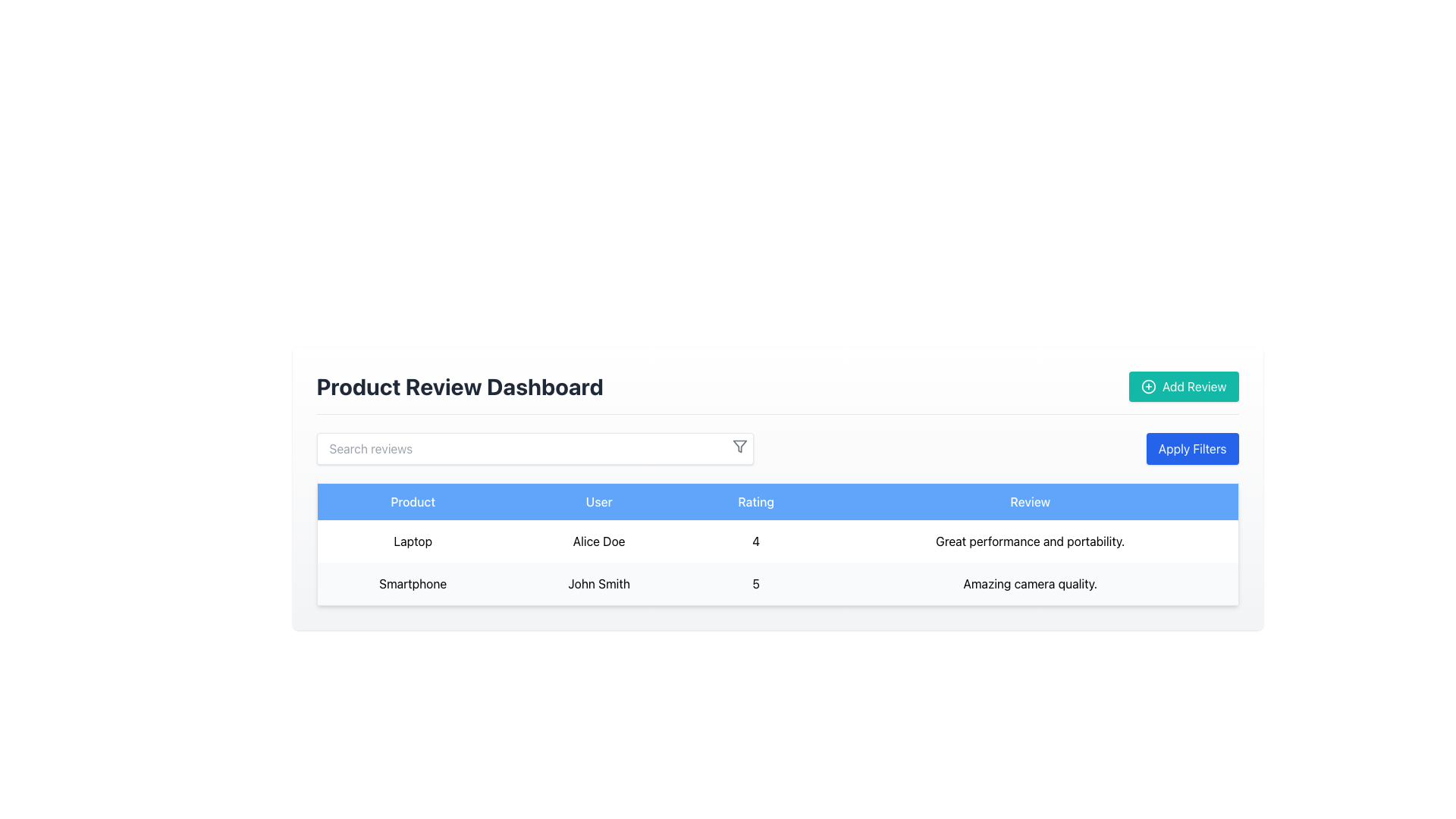 Image resolution: width=1456 pixels, height=819 pixels. I want to click on the Text Display containing the text 'Amazing camera quality.' located in the fourth column of the second data row of a table, so click(1031, 583).